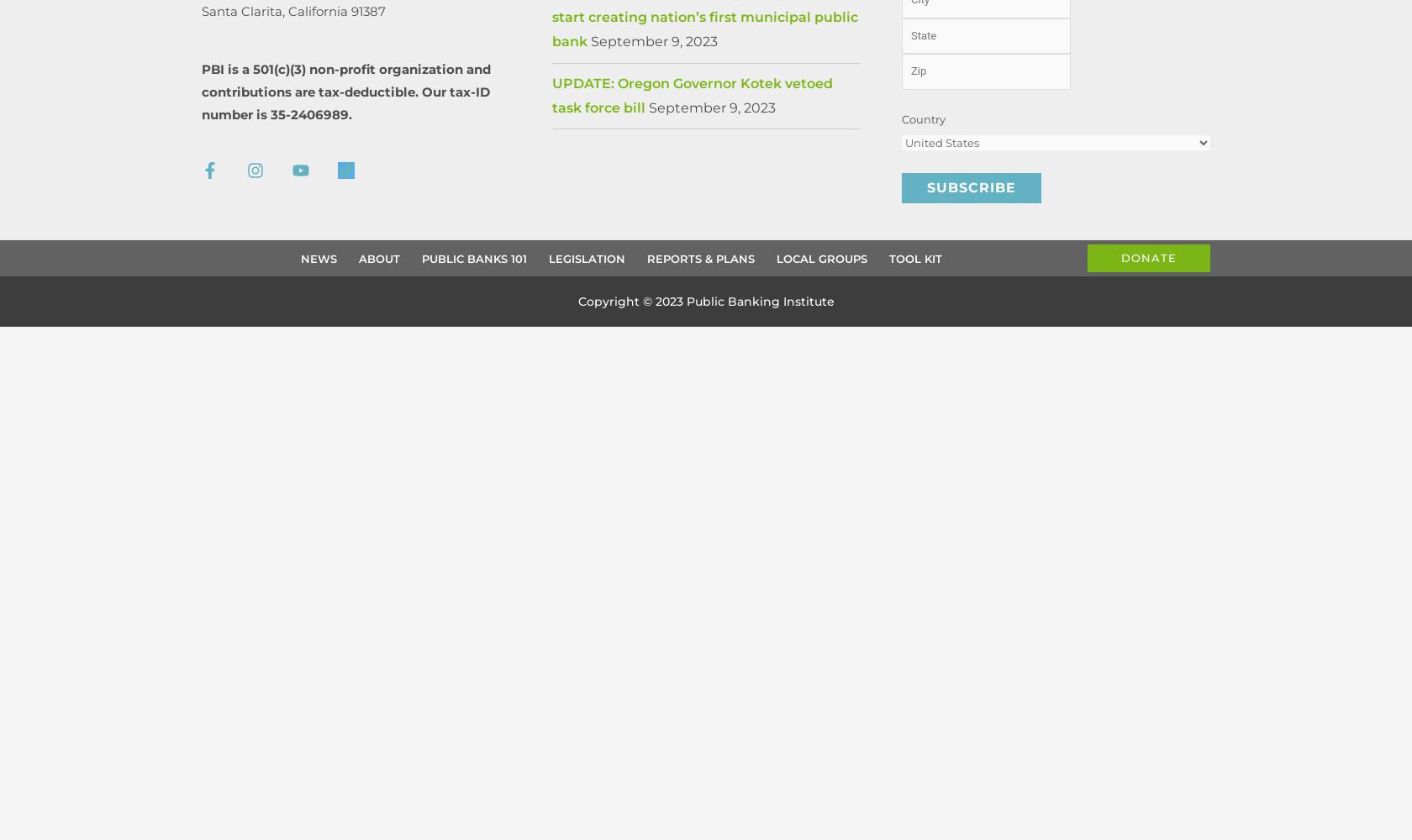 Image resolution: width=1412 pixels, height=840 pixels. What do you see at coordinates (551, 94) in the screenshot?
I see `'UPDATE: Oregon Governor Kotek vetoed task force bill'` at bounding box center [551, 94].